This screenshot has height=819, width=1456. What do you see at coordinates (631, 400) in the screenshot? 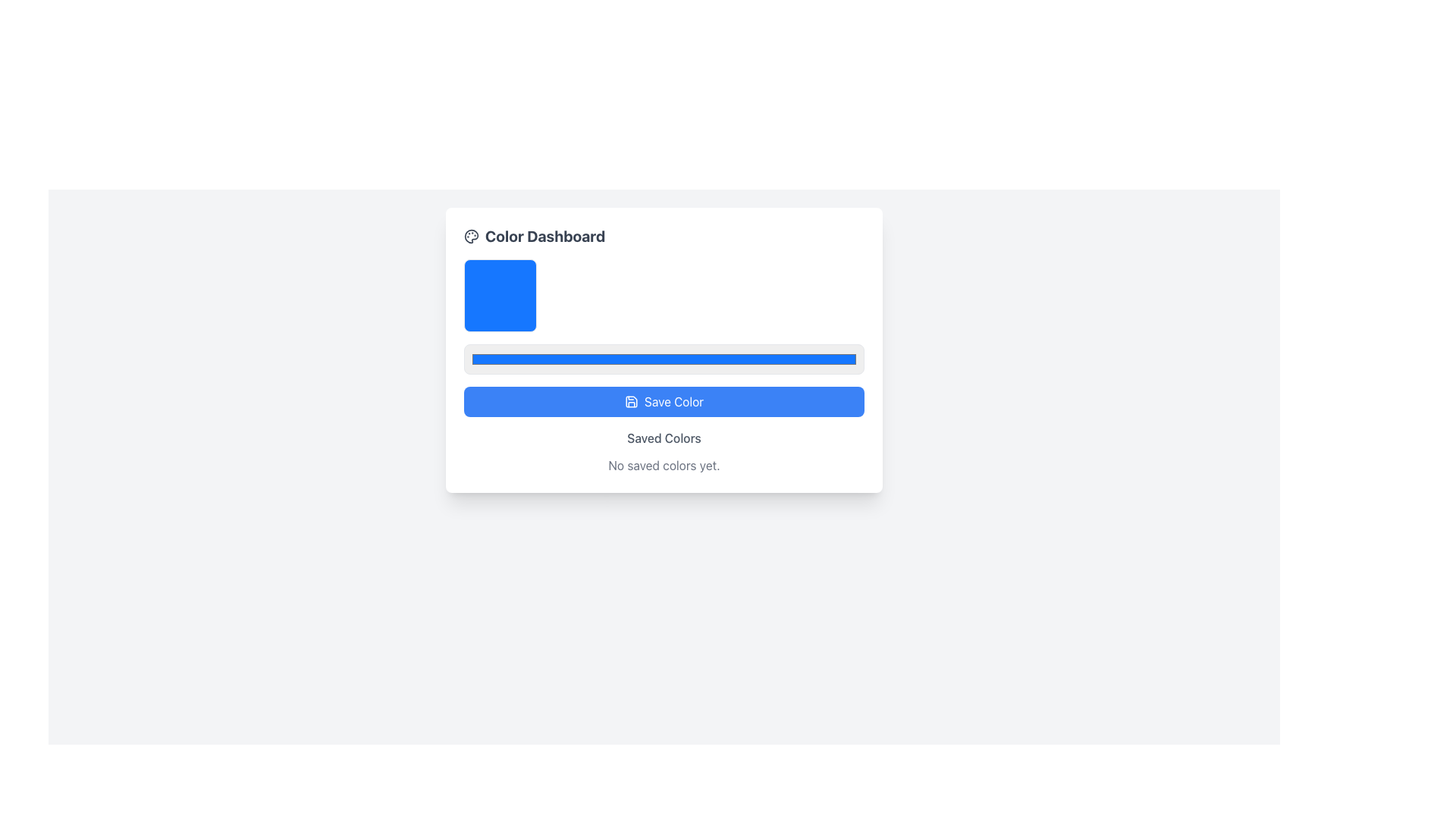
I see `the 'Save Color' button which contains a floppy disk icon with a blue background and white strokes` at bounding box center [631, 400].